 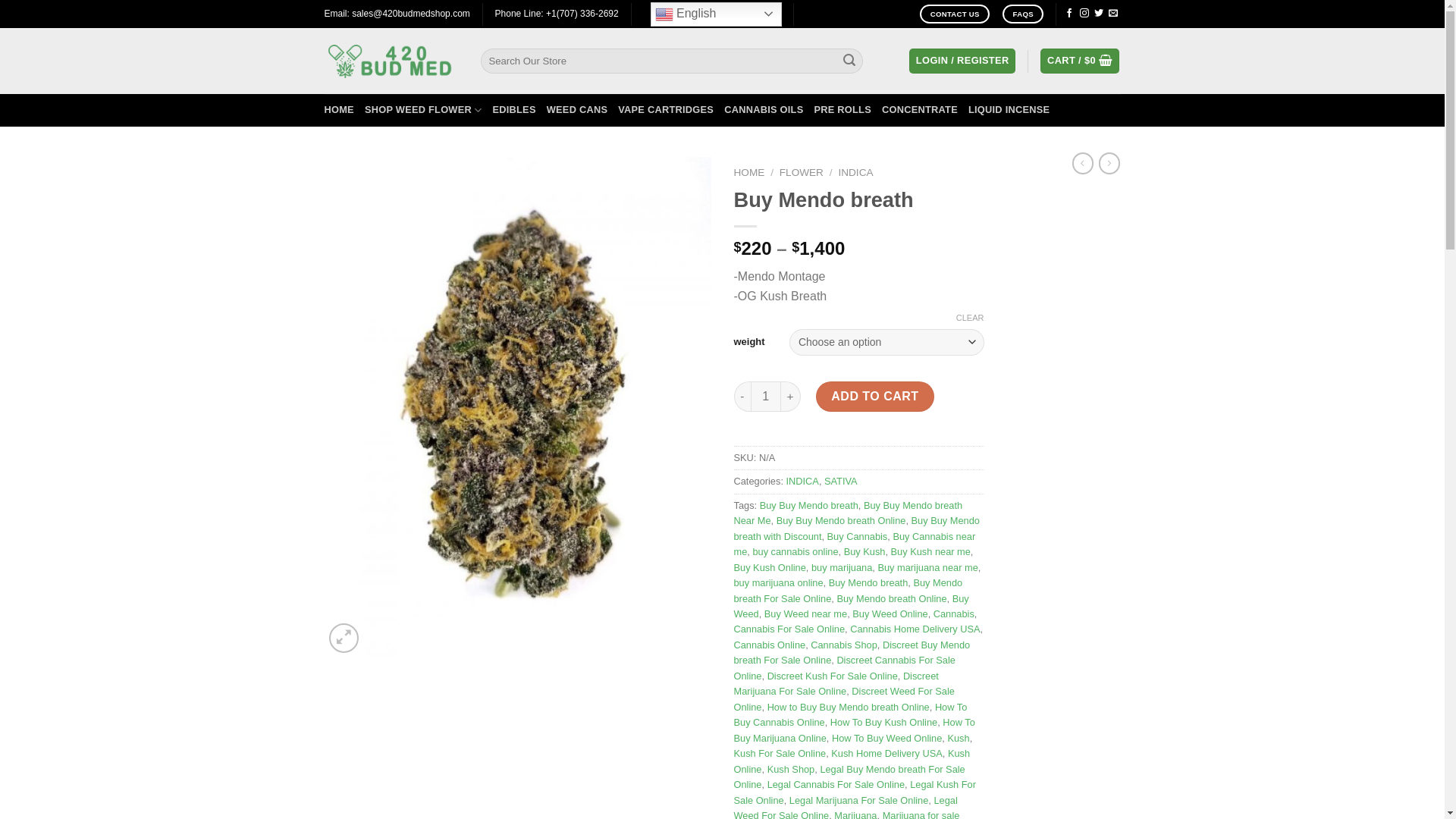 I want to click on 'CANNABIS OILS', so click(x=764, y=109).